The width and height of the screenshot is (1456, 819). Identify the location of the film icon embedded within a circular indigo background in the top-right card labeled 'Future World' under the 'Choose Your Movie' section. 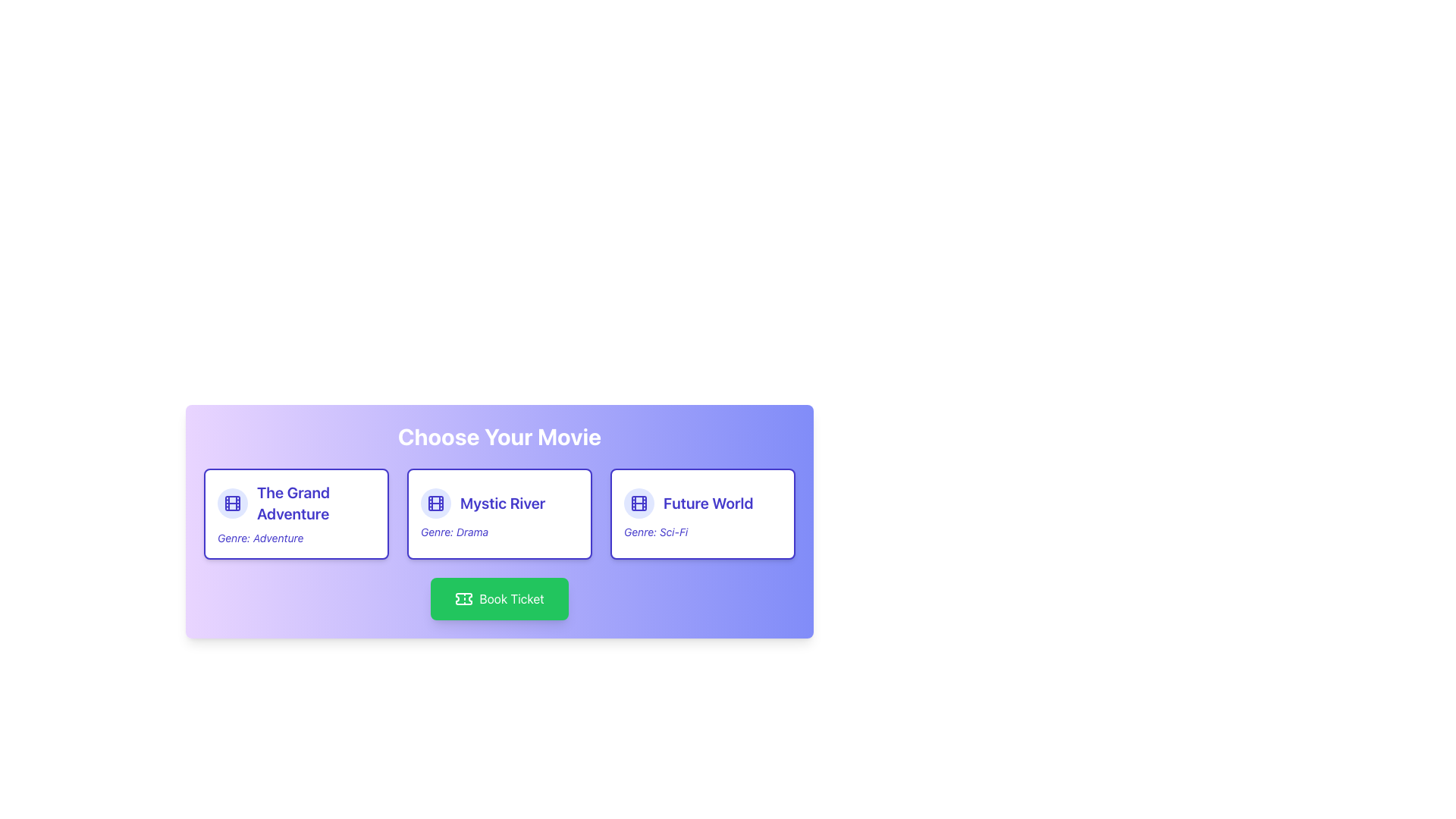
(639, 503).